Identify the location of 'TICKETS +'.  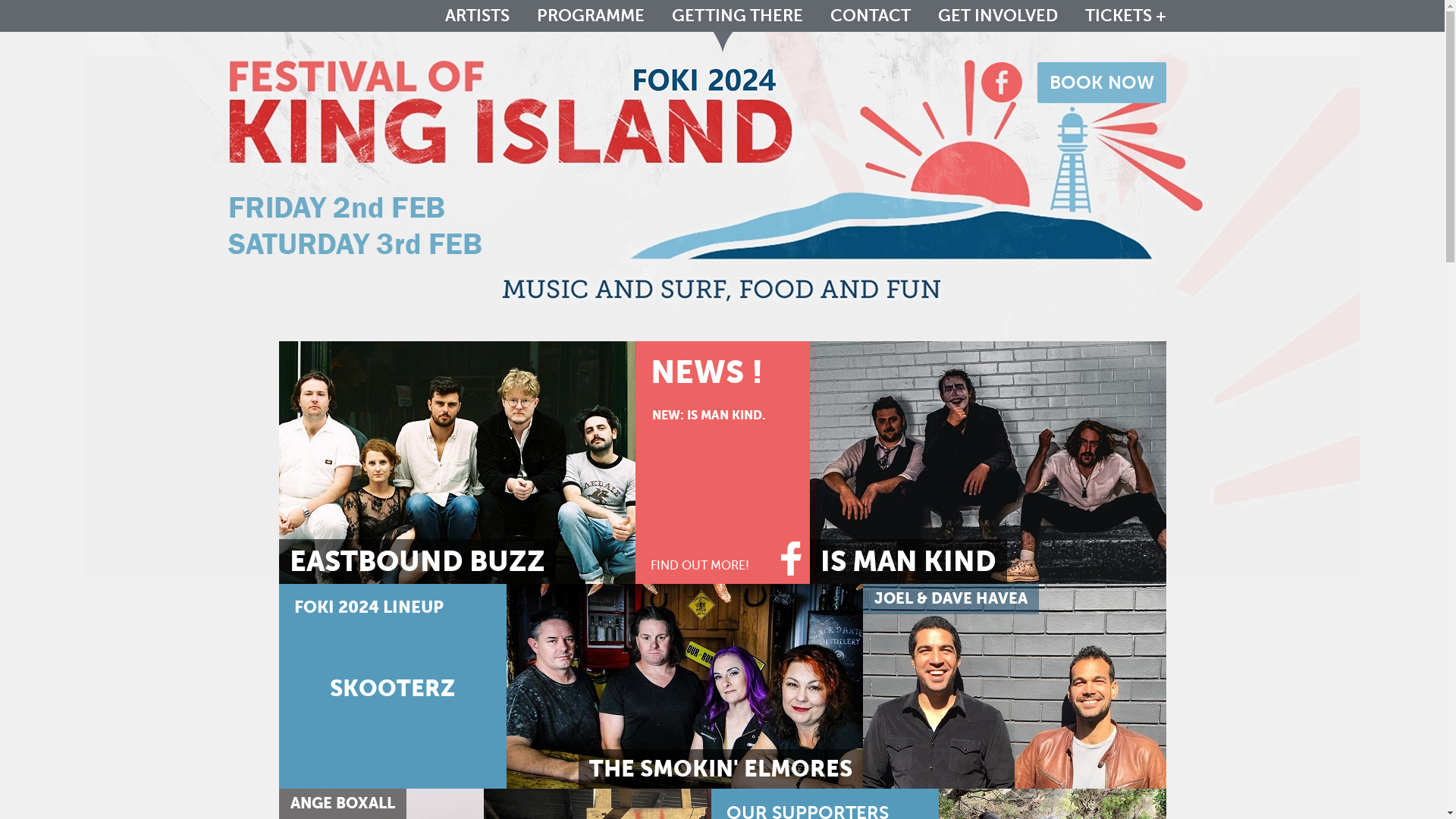
(1125, 15).